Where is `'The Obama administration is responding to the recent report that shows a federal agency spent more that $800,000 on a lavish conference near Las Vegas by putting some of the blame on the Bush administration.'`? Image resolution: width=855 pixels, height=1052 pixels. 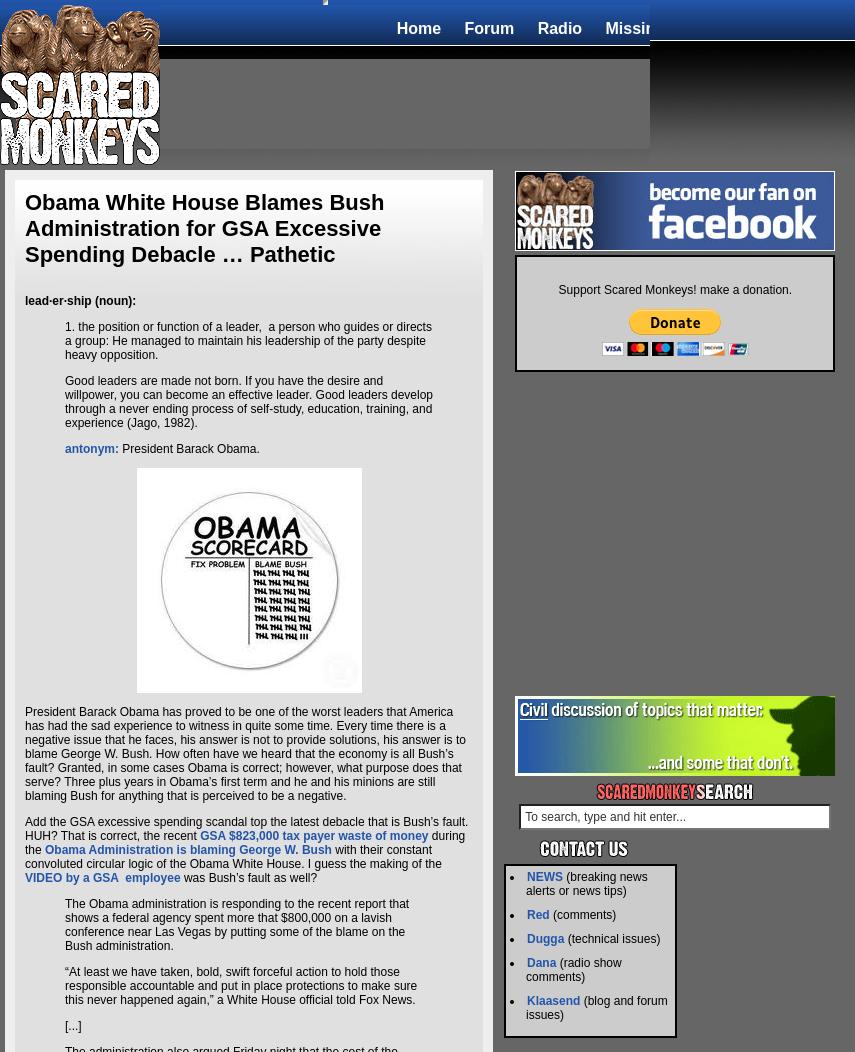
'The Obama administration is responding to the recent report that shows a federal agency spent more that $800,000 on a lavish conference near Las Vegas by putting some of the blame on the Bush administration.' is located at coordinates (63, 924).